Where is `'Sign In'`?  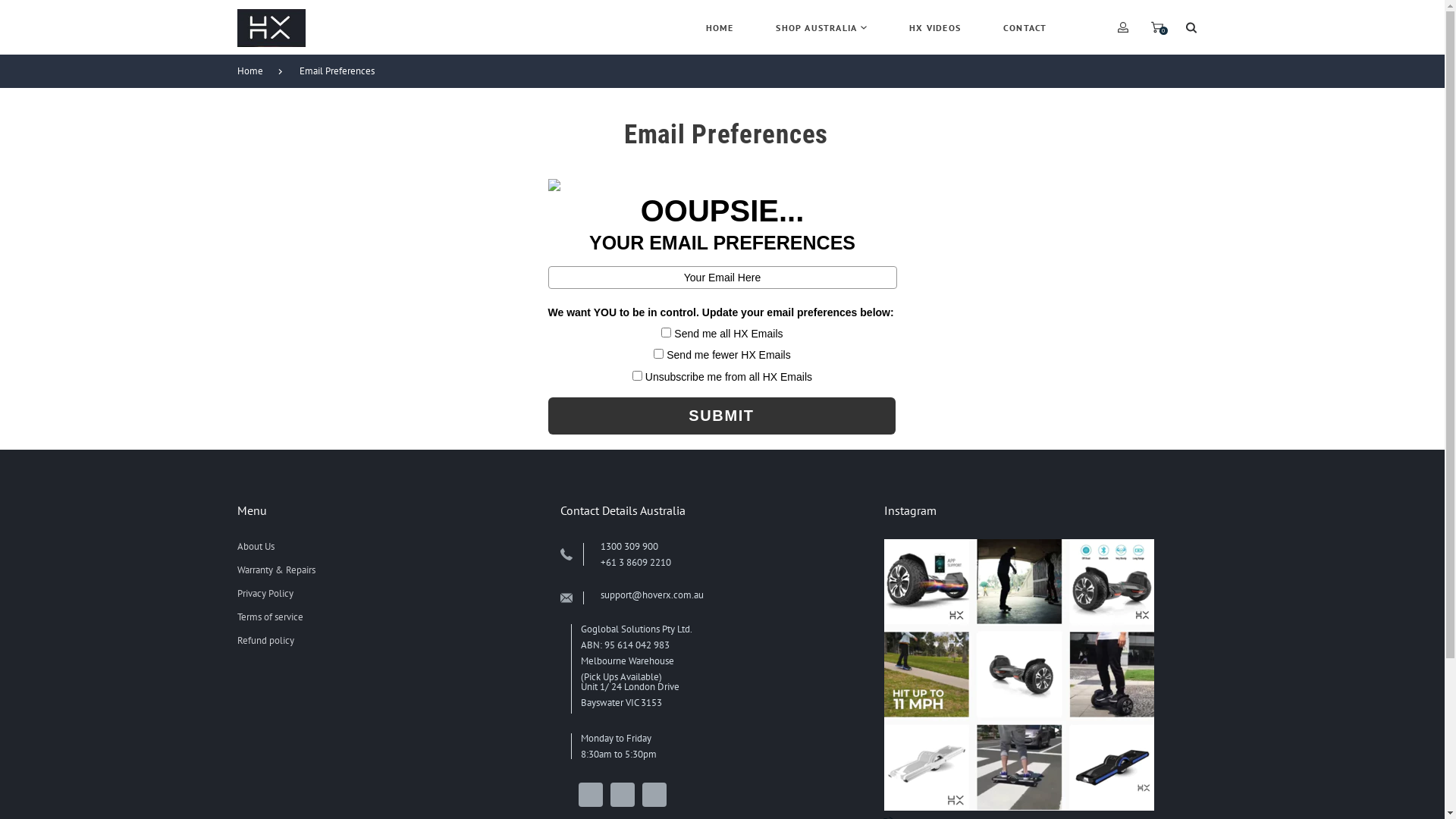 'Sign In' is located at coordinates (1011, 221).